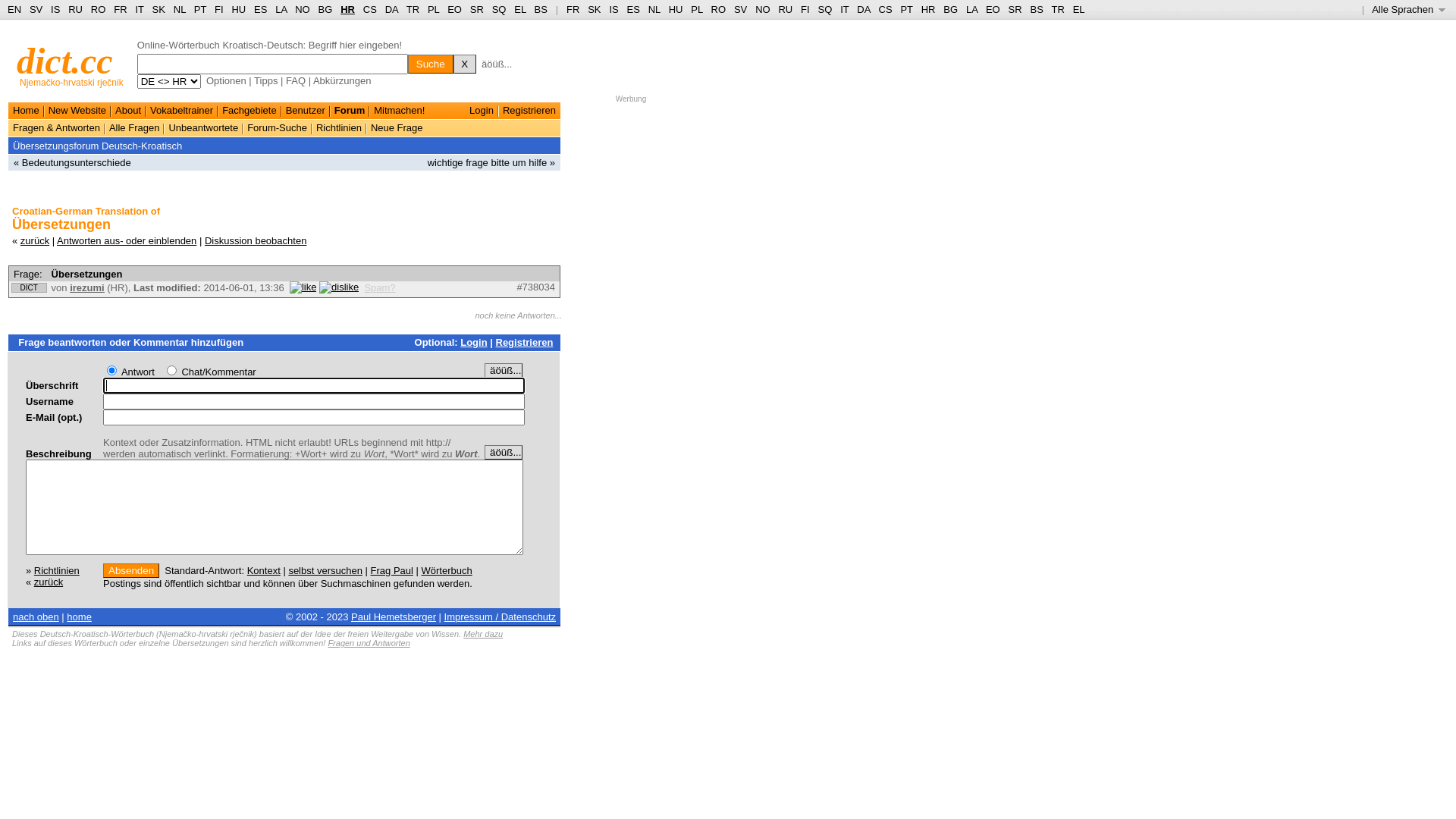 This screenshot has height=819, width=1456. Describe the element at coordinates (675, 9) in the screenshot. I see `'HU'` at that location.